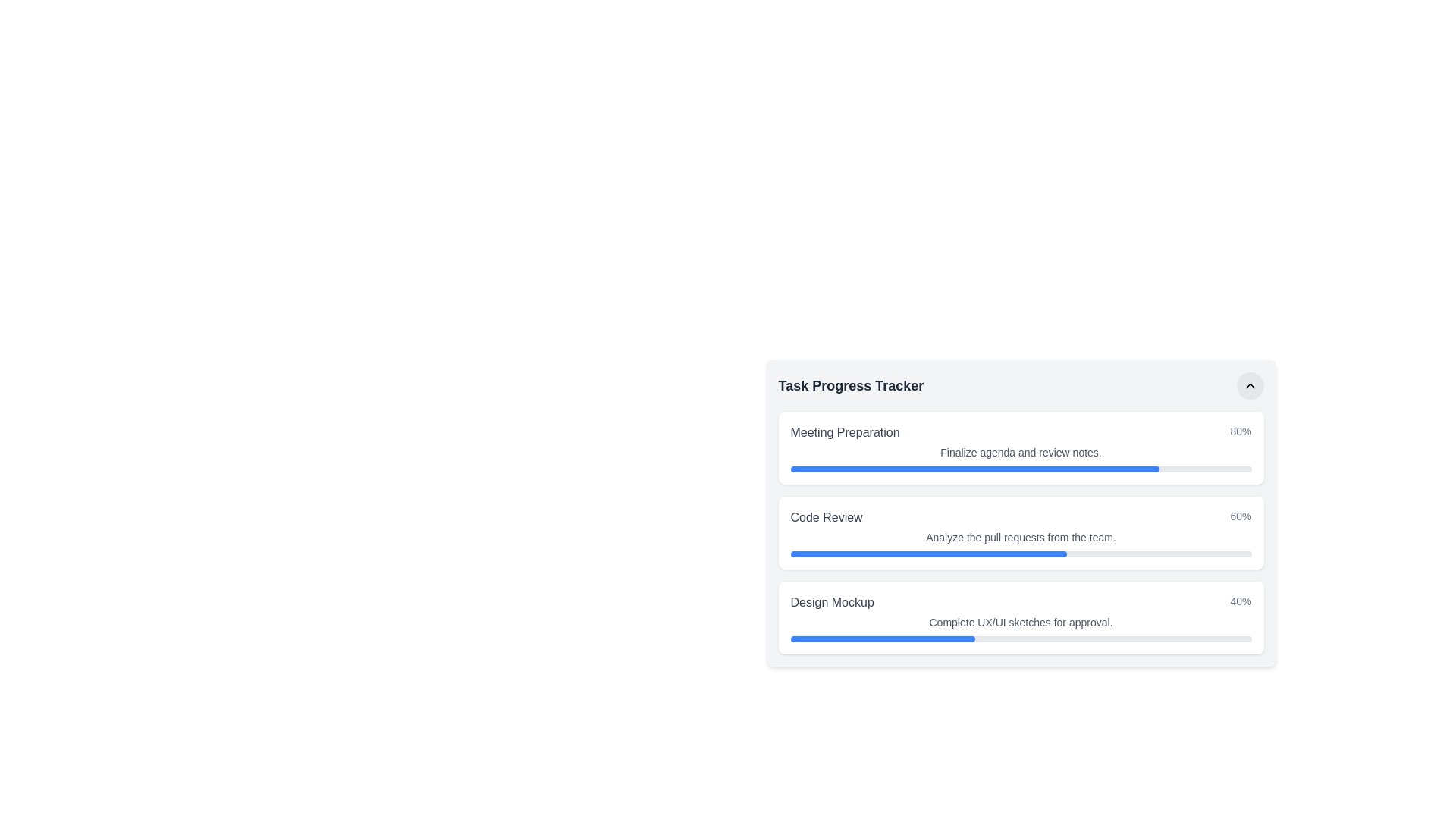  What do you see at coordinates (825, 516) in the screenshot?
I see `the static text label that serves as the title for the second task item in the 'Task Progress Tracker', which is aligned to the left of the percentage indicator ('60%')` at bounding box center [825, 516].